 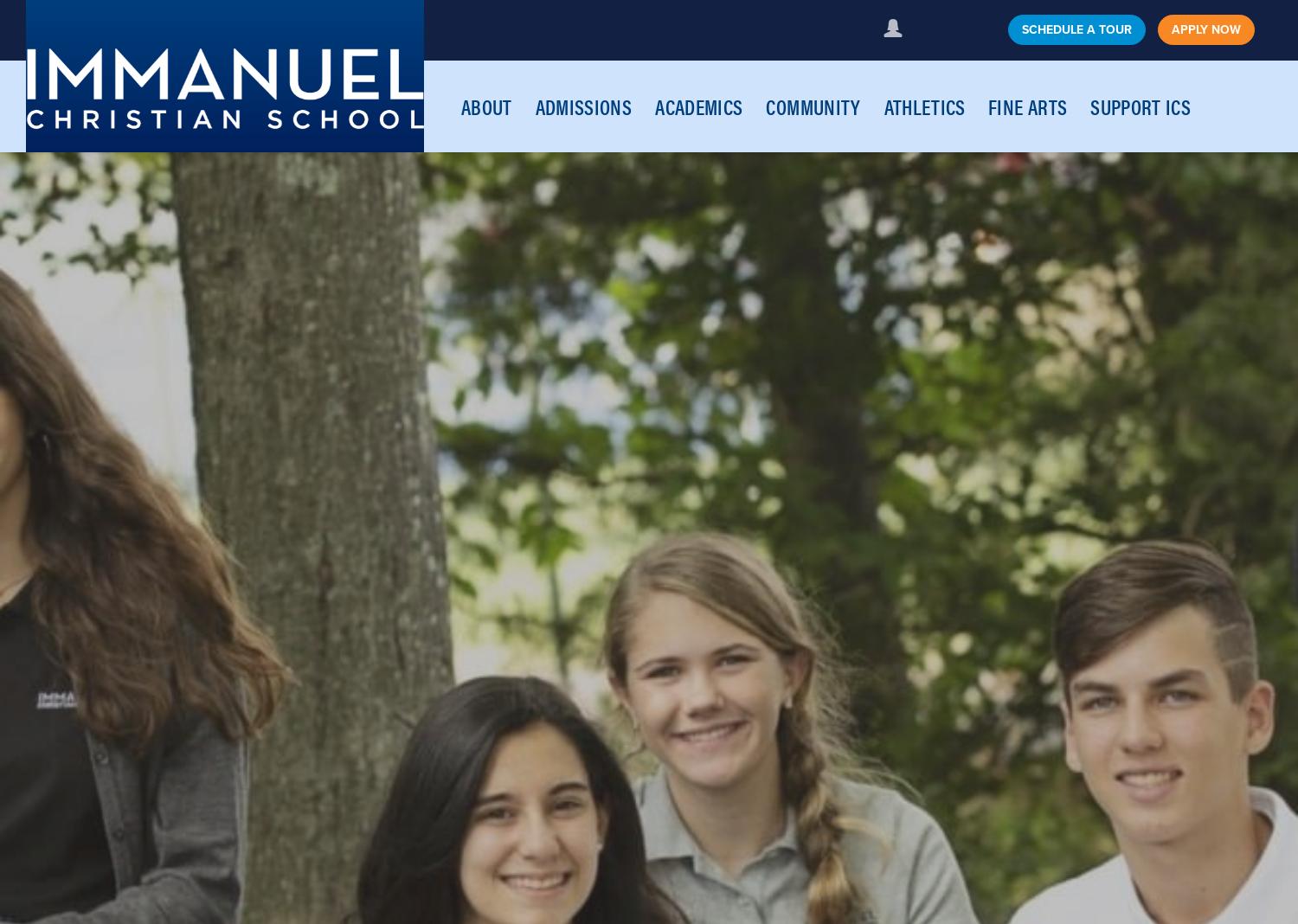 I want to click on 'Travelterm Trips for High School', so click(x=1072, y=279).